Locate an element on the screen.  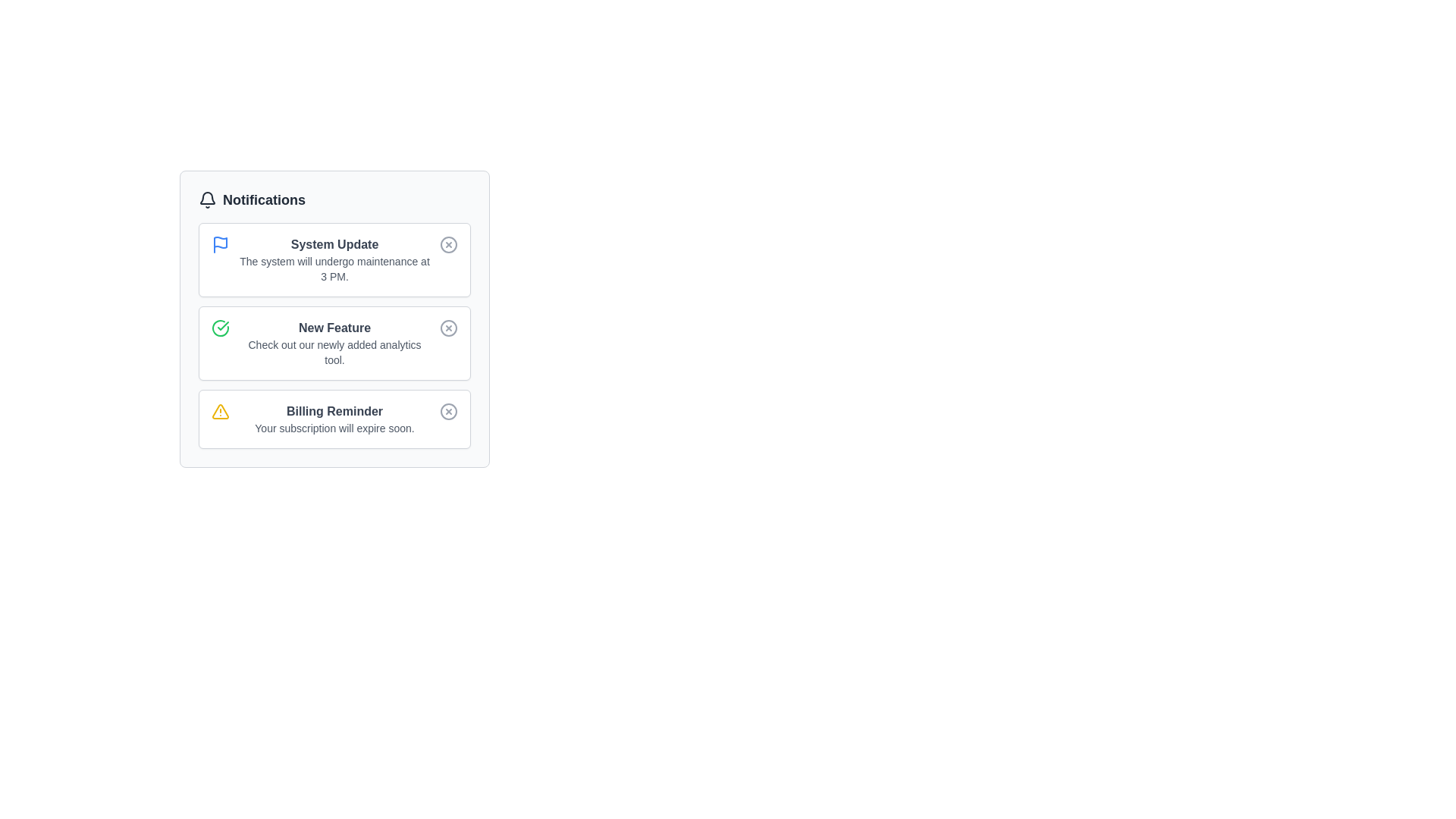
the dismiss button, a small circular icon with a gray outline and an 'X' mark inside, located at the upper-right corner of the 'New Feature' notification card is located at coordinates (447, 327).